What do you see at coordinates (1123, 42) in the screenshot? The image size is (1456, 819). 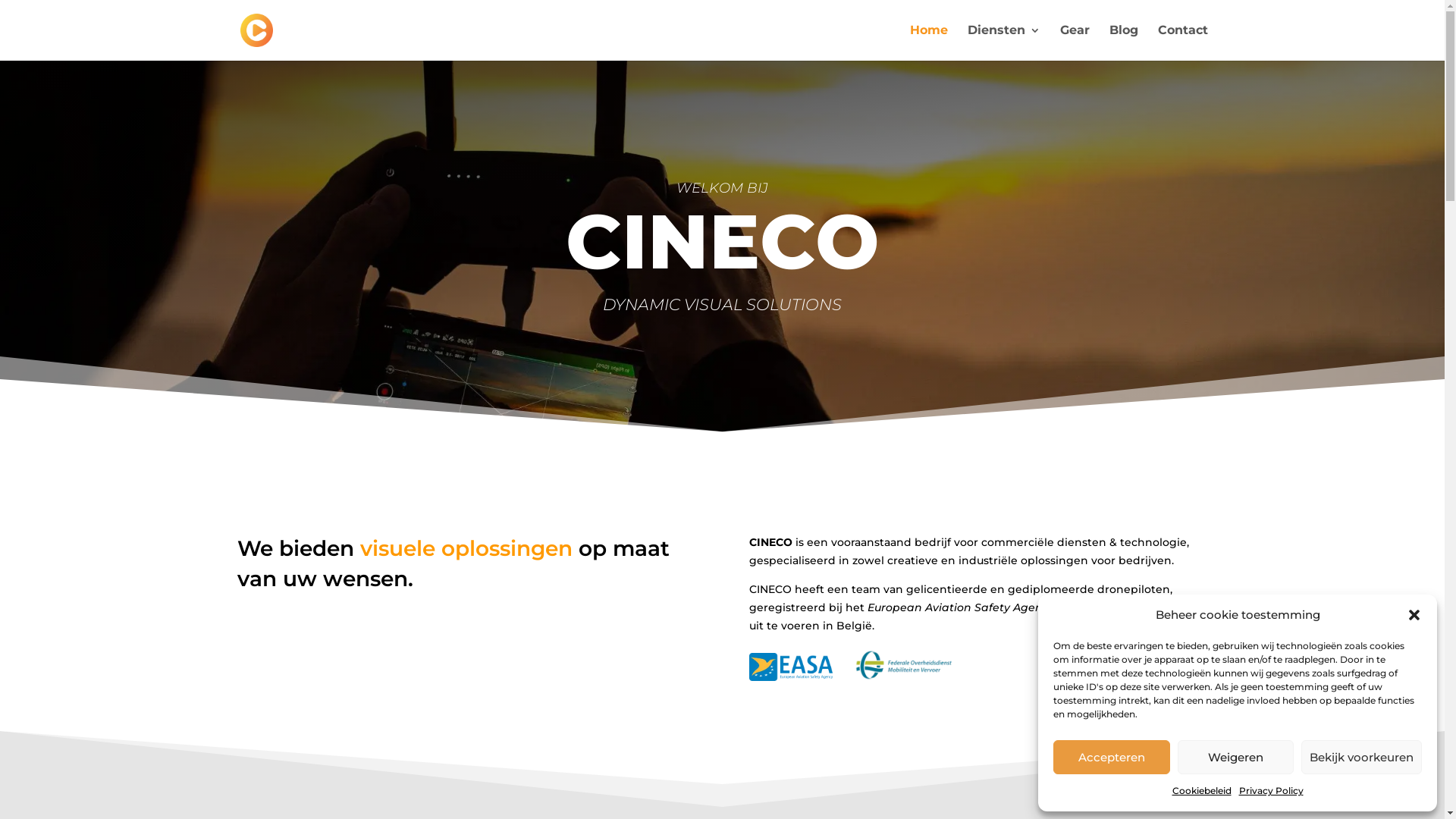 I see `'Blog'` at bounding box center [1123, 42].